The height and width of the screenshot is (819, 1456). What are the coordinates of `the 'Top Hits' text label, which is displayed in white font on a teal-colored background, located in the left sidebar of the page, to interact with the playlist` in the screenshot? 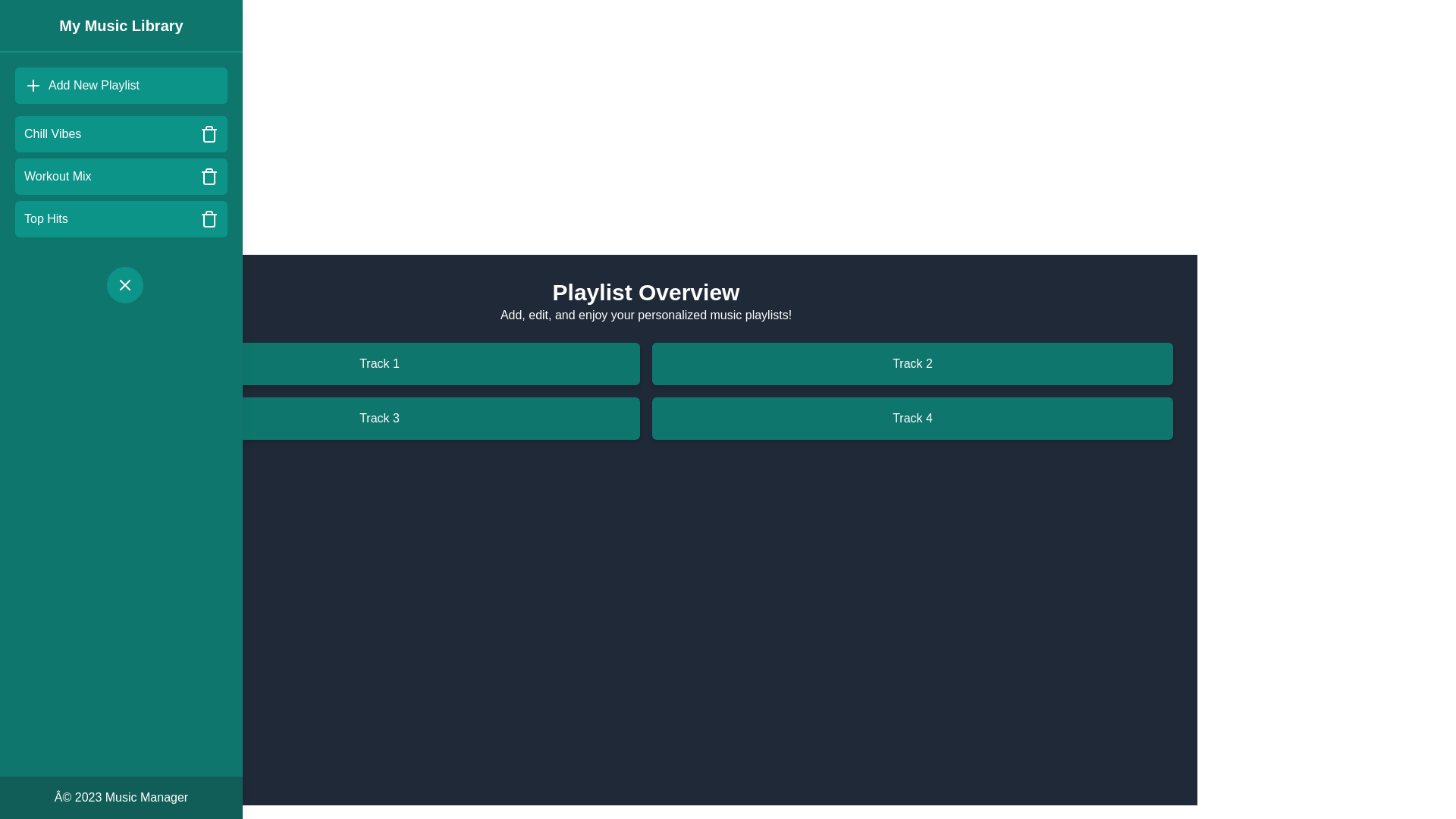 It's located at (45, 219).